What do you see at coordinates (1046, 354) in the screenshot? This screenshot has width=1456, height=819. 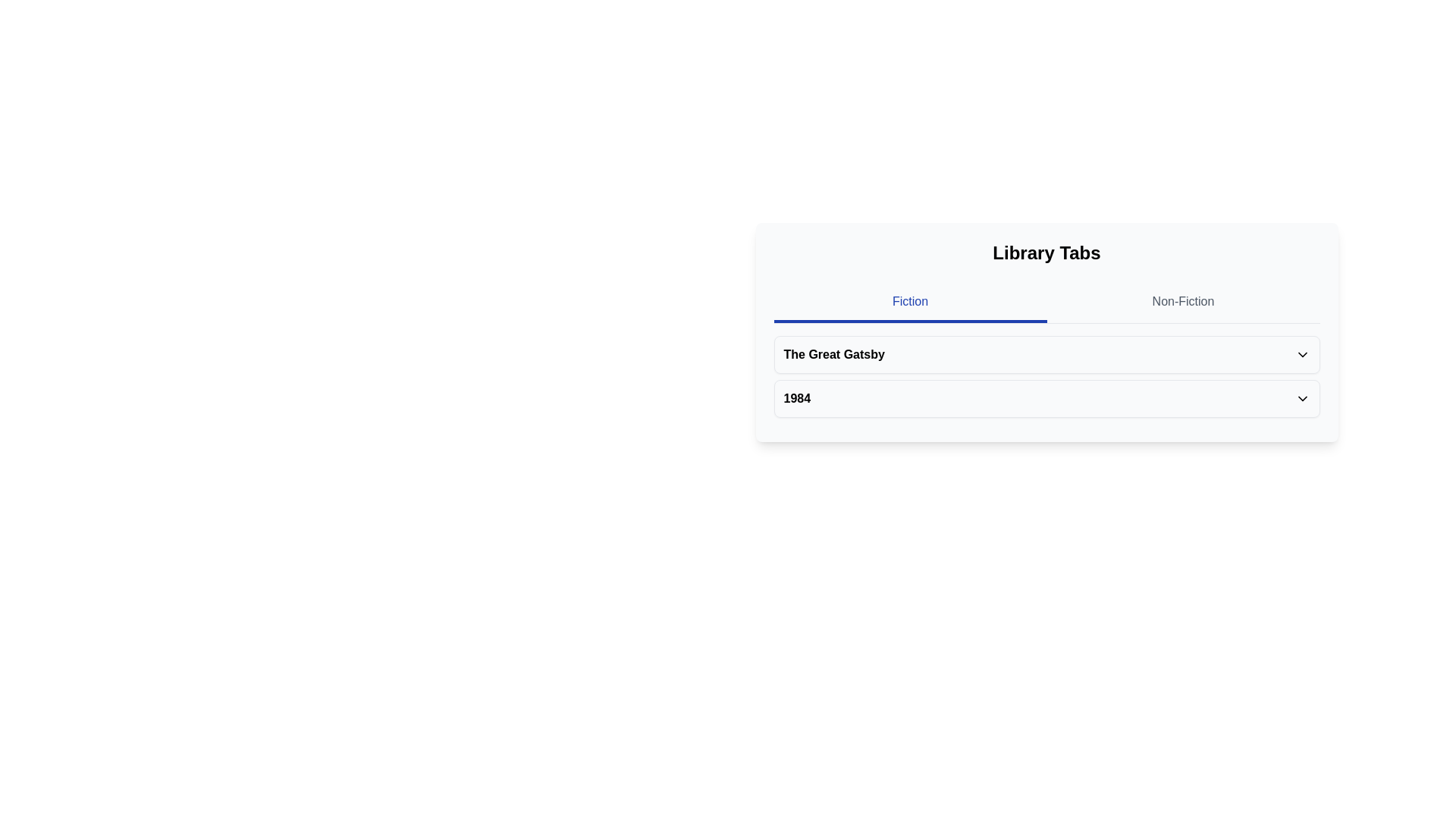 I see `the button labeled 'The Great Gatsby' to trigger a tooltip or visual effect` at bounding box center [1046, 354].